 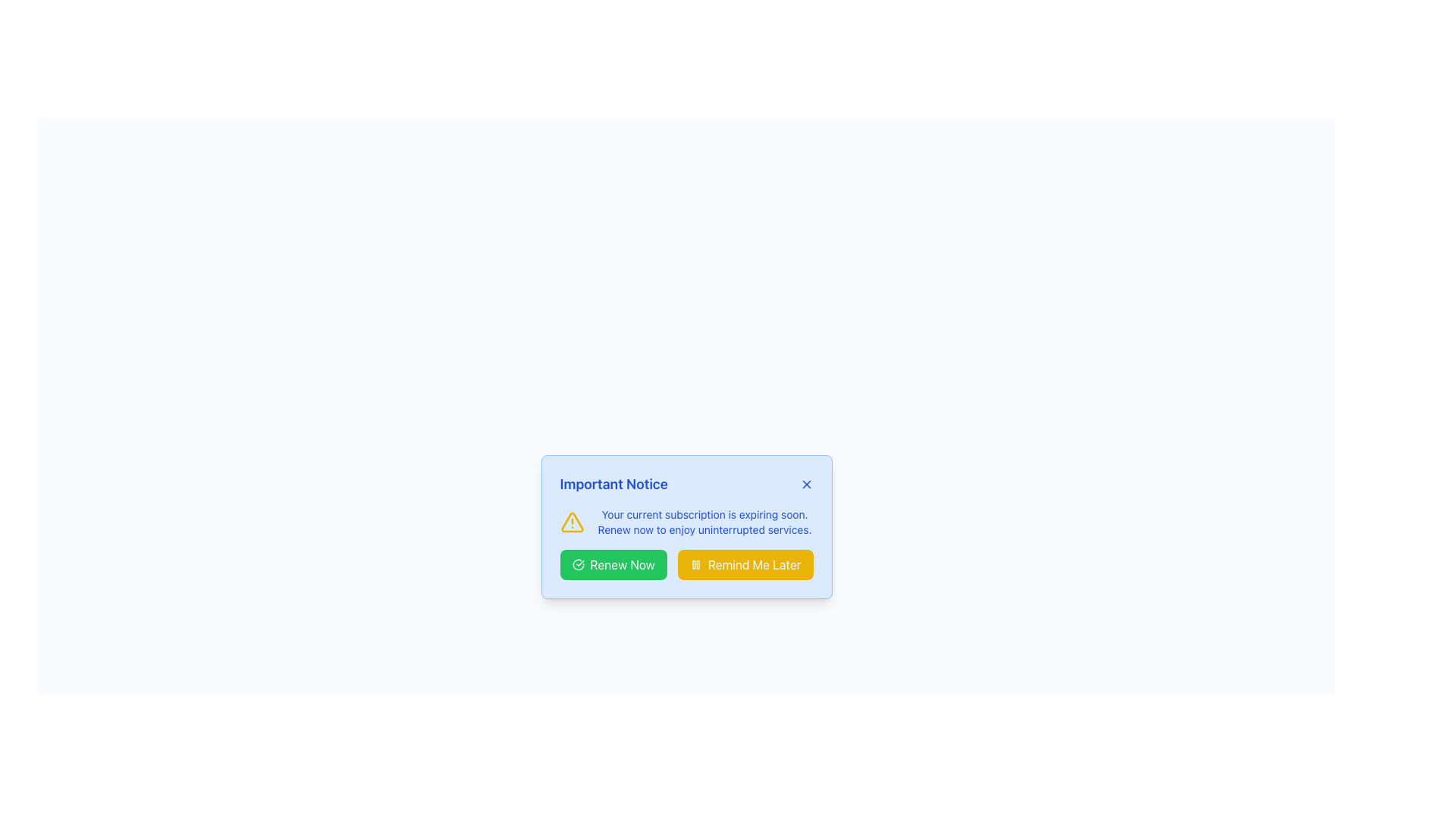 What do you see at coordinates (805, 485) in the screenshot?
I see `the blue close button (an 'X' shape) located at the top-right corner of the 'Important Notice' header` at bounding box center [805, 485].